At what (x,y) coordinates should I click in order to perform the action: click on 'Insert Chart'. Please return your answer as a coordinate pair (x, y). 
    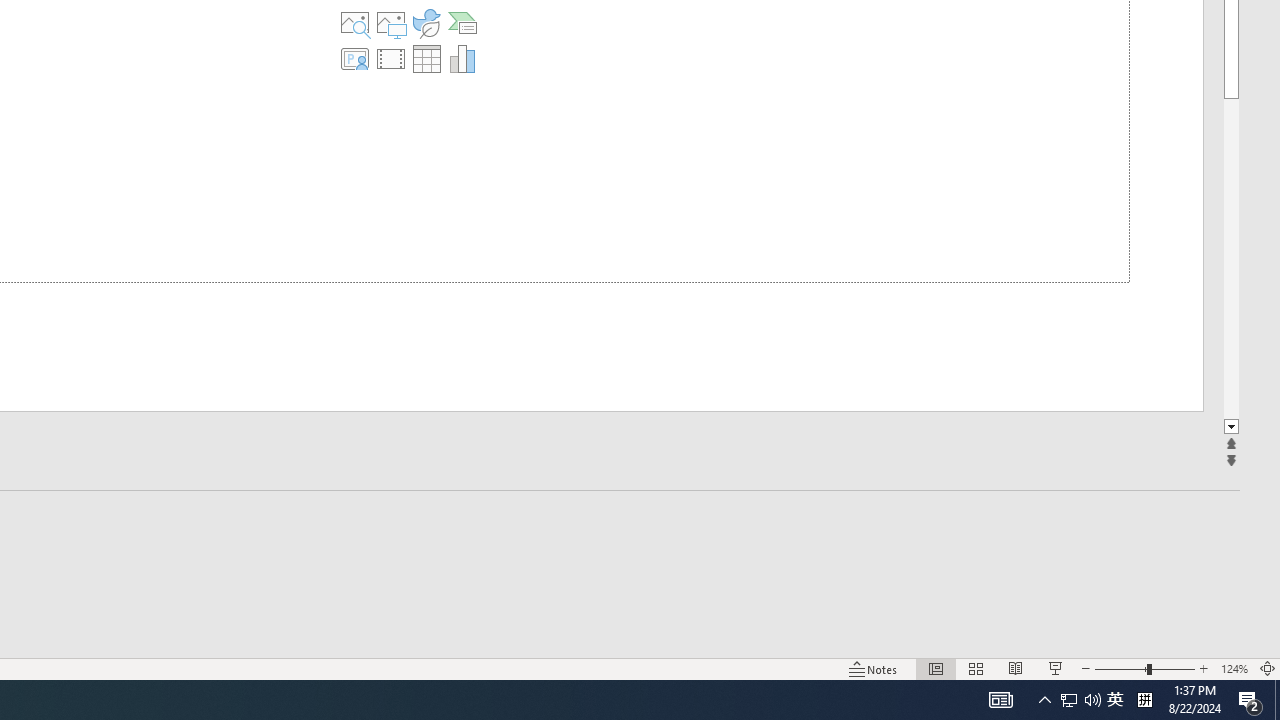
    Looking at the image, I should click on (461, 58).